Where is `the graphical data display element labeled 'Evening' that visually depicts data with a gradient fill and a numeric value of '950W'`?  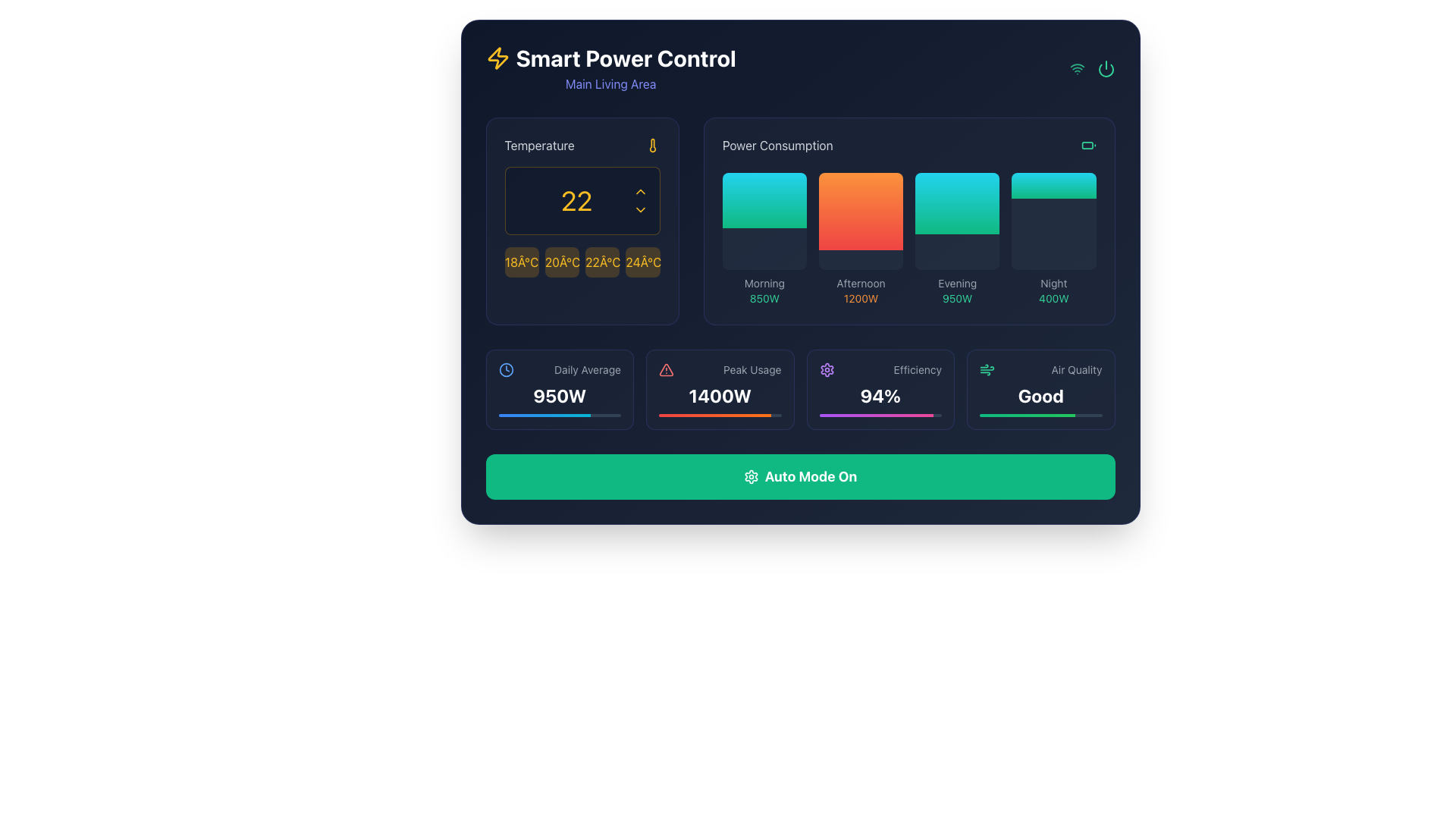 the graphical data display element labeled 'Evening' that visually depicts data with a gradient fill and a numeric value of '950W' is located at coordinates (956, 239).